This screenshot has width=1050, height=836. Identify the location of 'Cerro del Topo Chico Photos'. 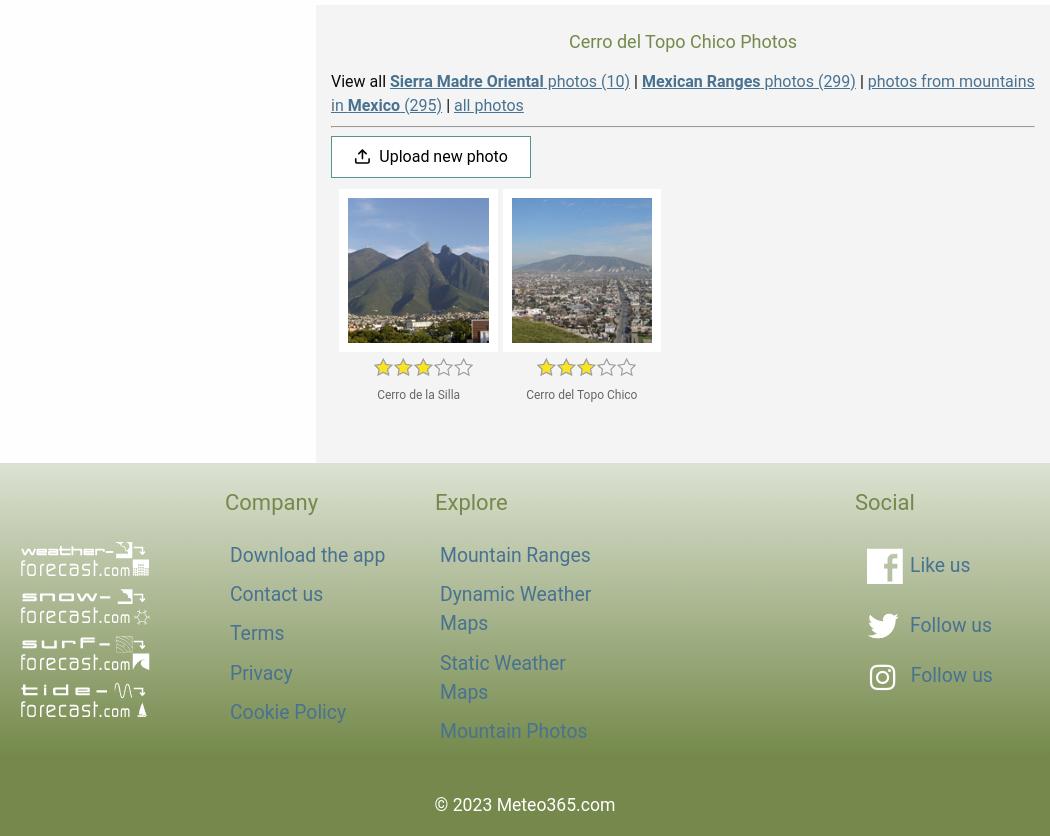
(567, 40).